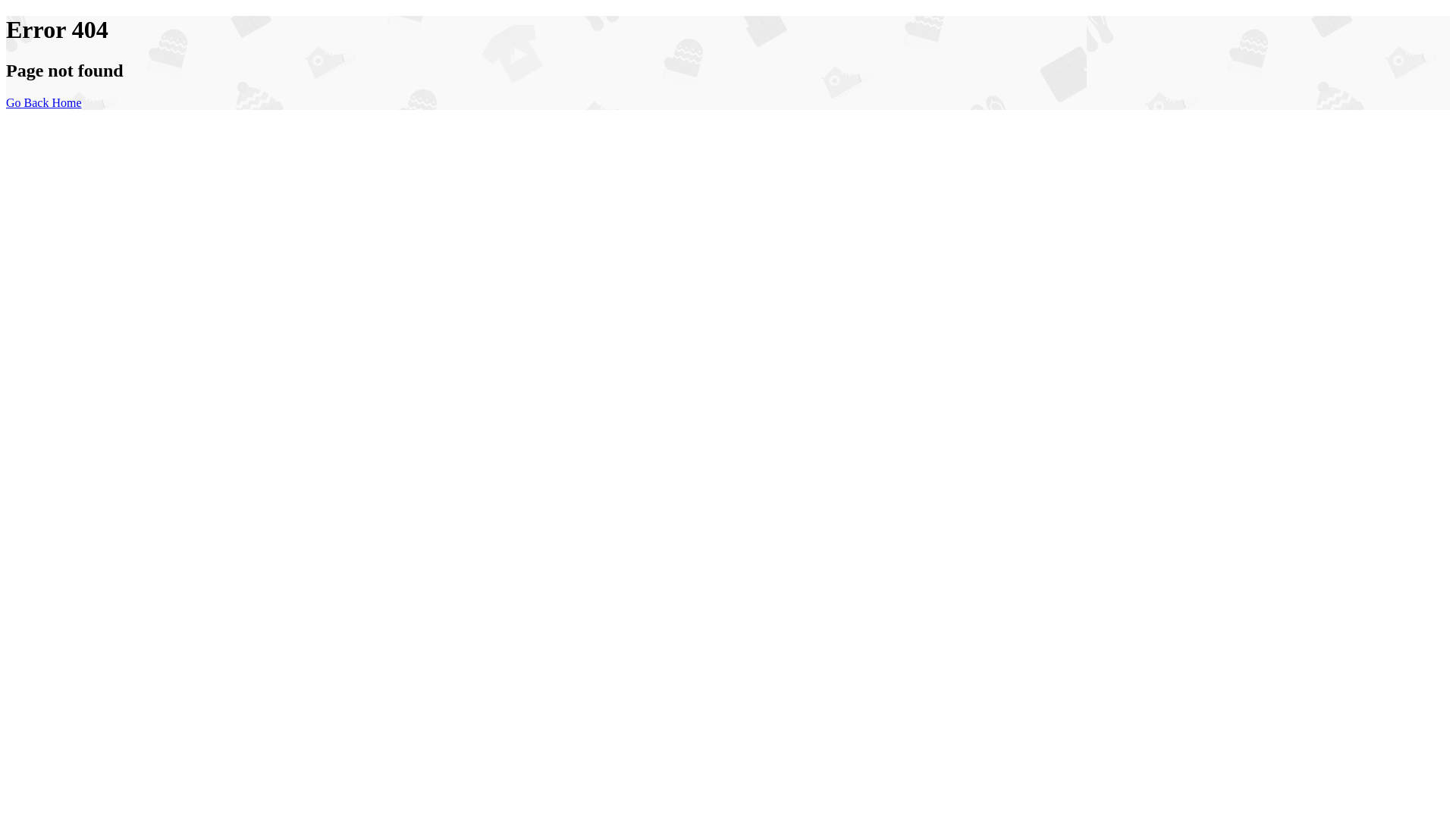  Describe the element at coordinates (43, 102) in the screenshot. I see `'Go Back Home'` at that location.